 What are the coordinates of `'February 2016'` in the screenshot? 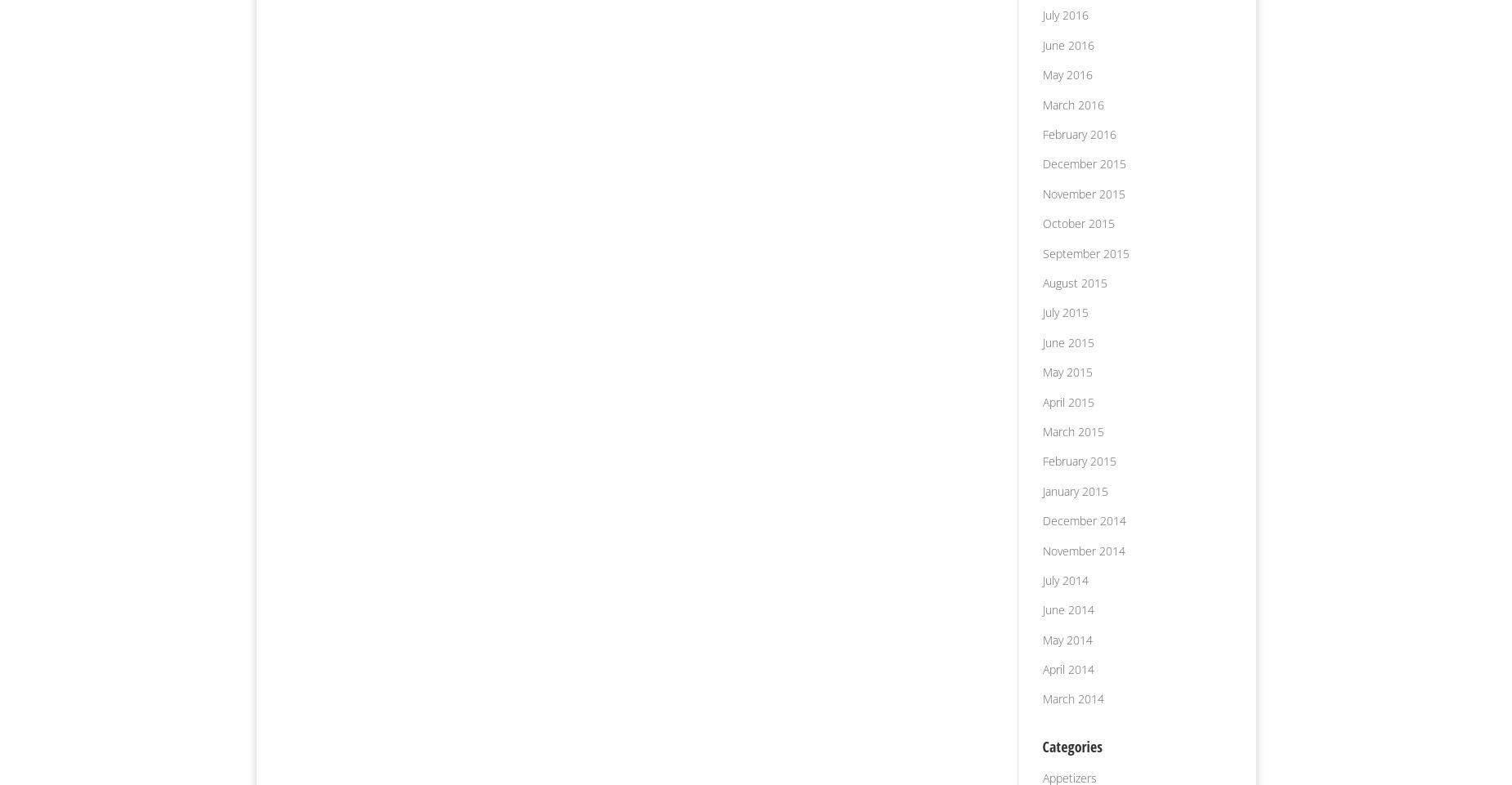 It's located at (1041, 134).